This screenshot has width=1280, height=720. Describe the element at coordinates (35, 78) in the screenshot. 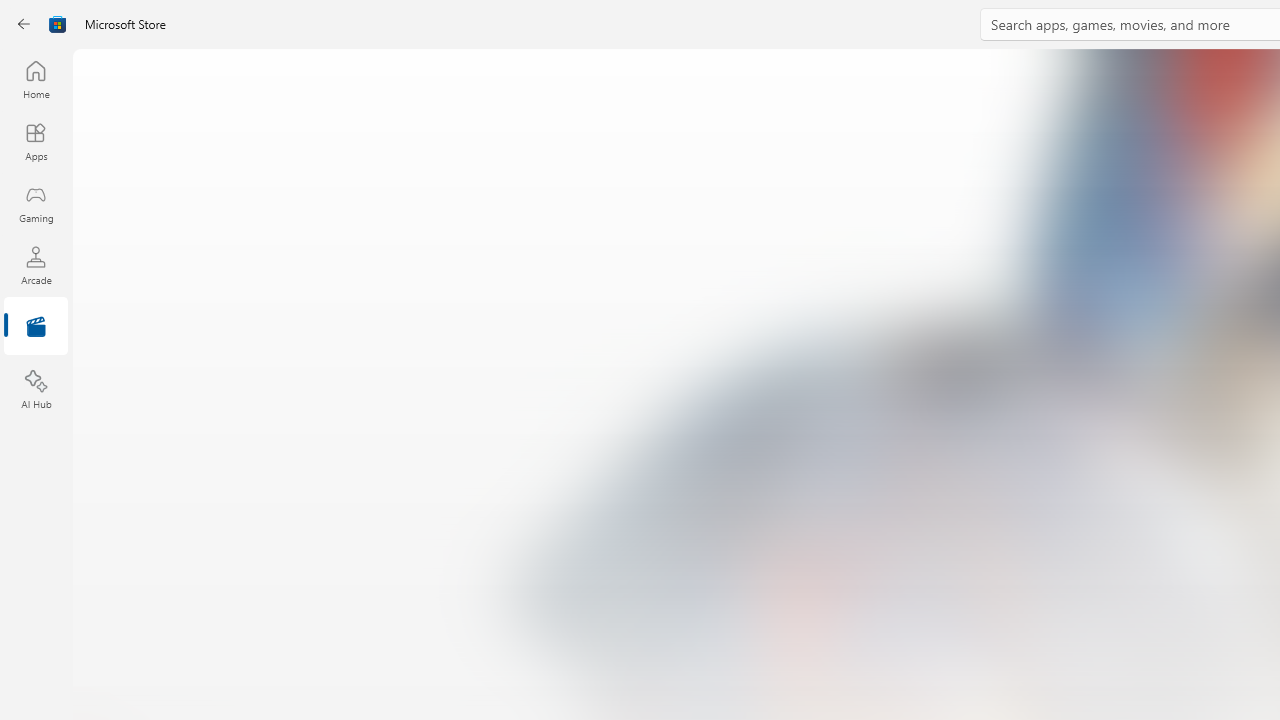

I see `'Home'` at that location.